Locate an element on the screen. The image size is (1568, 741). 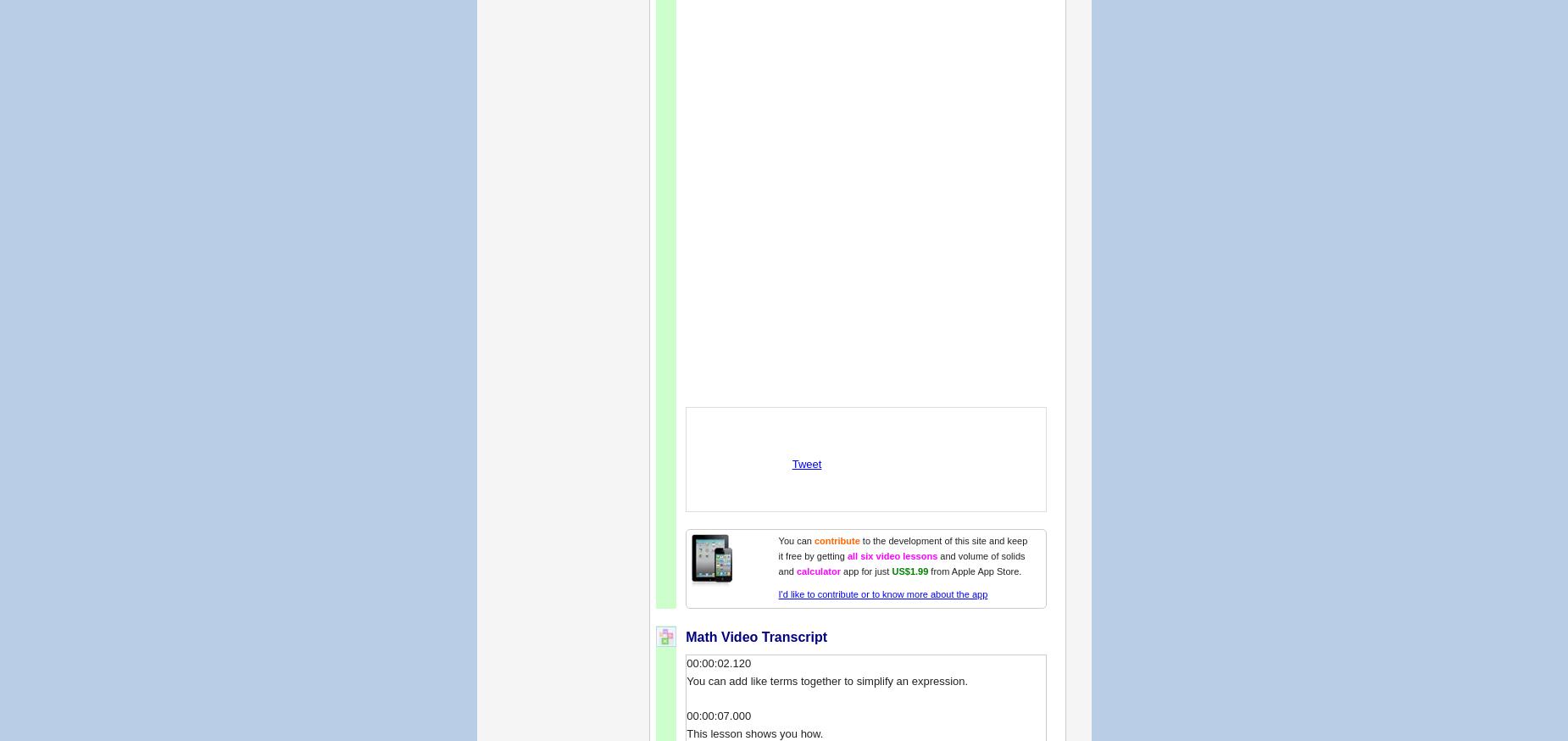
'You can add like terms together to simplify an expression.' is located at coordinates (826, 680).